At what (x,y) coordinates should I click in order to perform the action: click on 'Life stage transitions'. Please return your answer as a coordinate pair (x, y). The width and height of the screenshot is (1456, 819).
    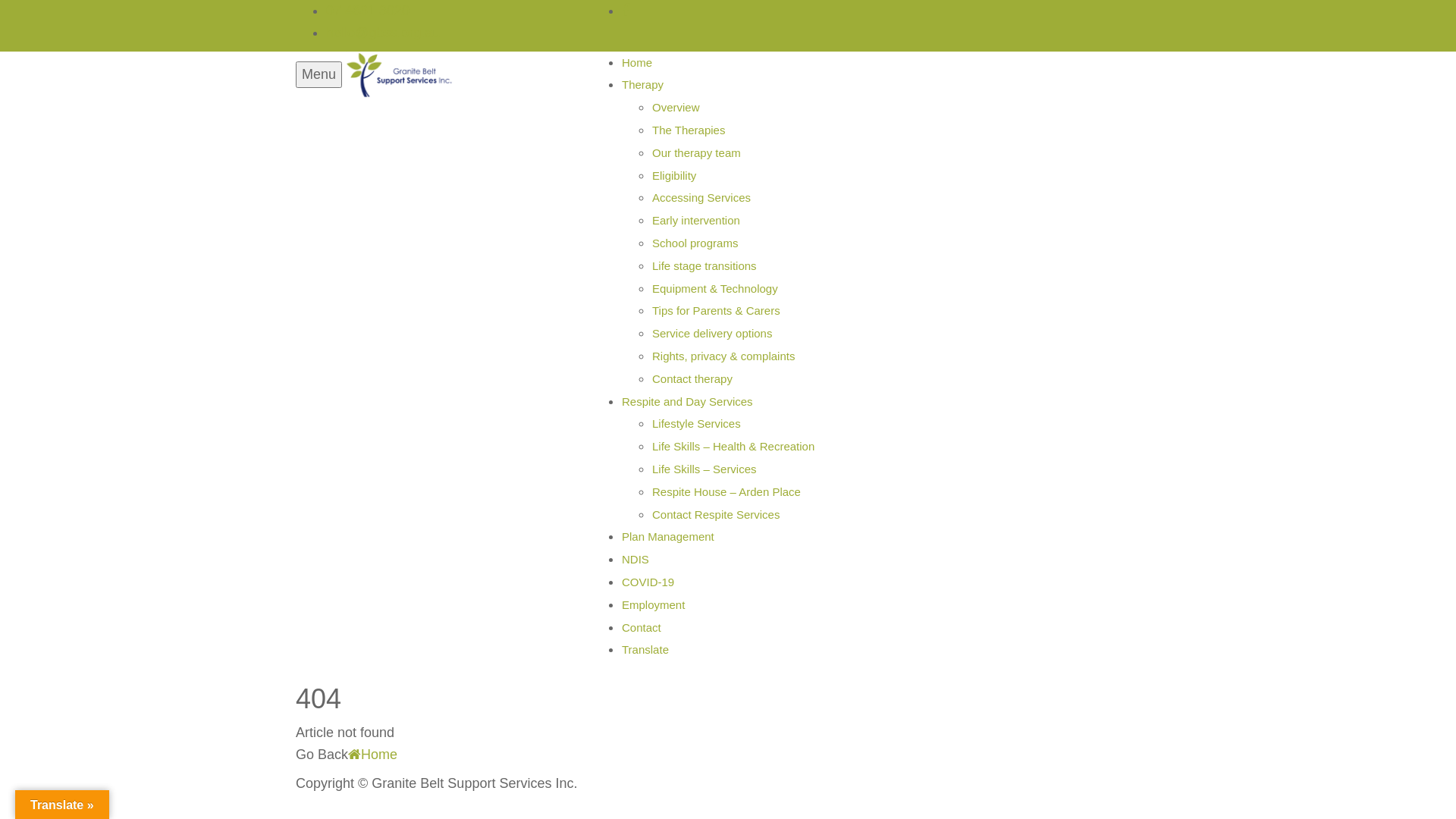
    Looking at the image, I should click on (704, 265).